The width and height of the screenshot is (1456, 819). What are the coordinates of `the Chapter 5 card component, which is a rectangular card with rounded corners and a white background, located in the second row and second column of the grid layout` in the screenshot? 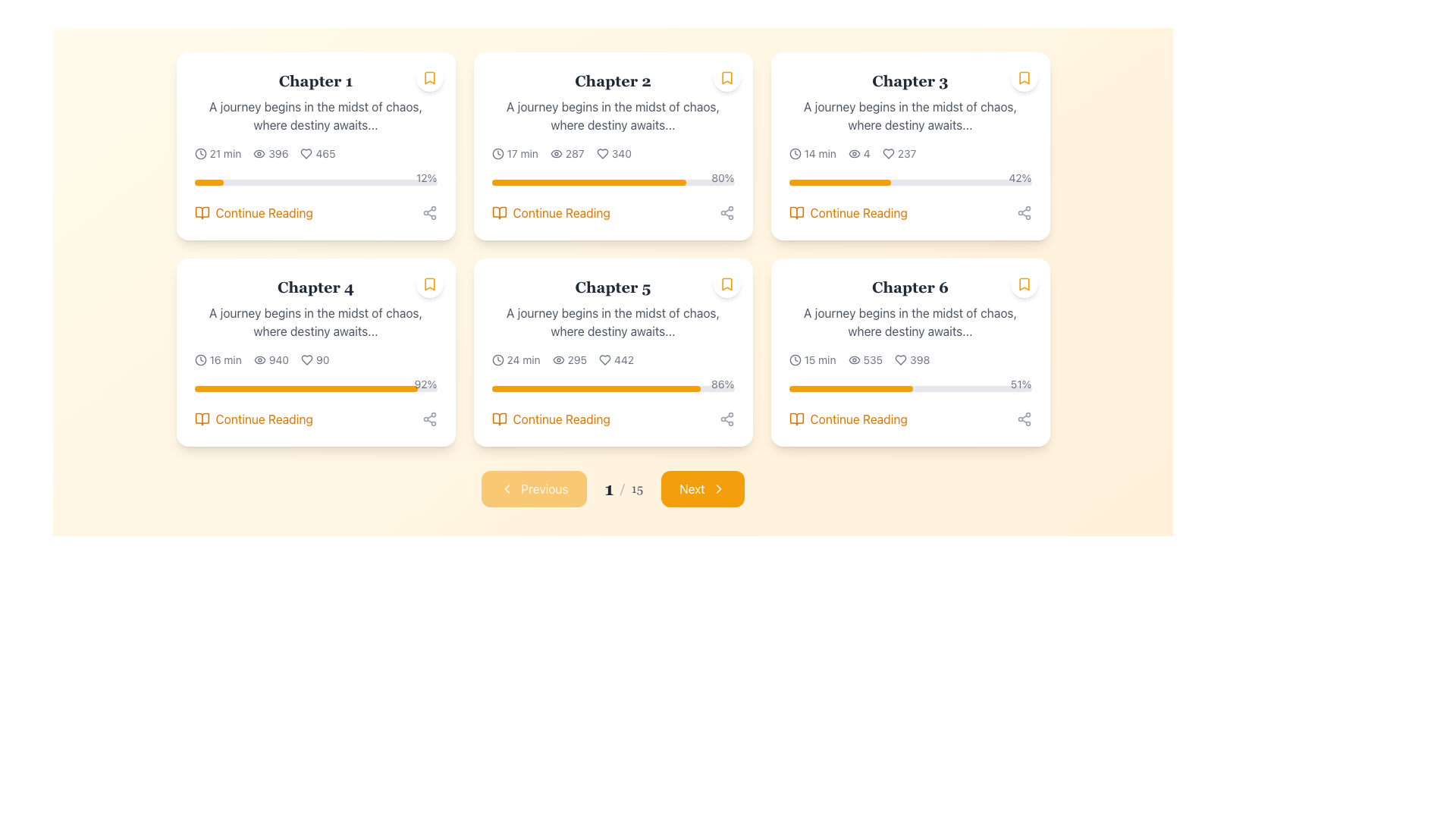 It's located at (613, 353).